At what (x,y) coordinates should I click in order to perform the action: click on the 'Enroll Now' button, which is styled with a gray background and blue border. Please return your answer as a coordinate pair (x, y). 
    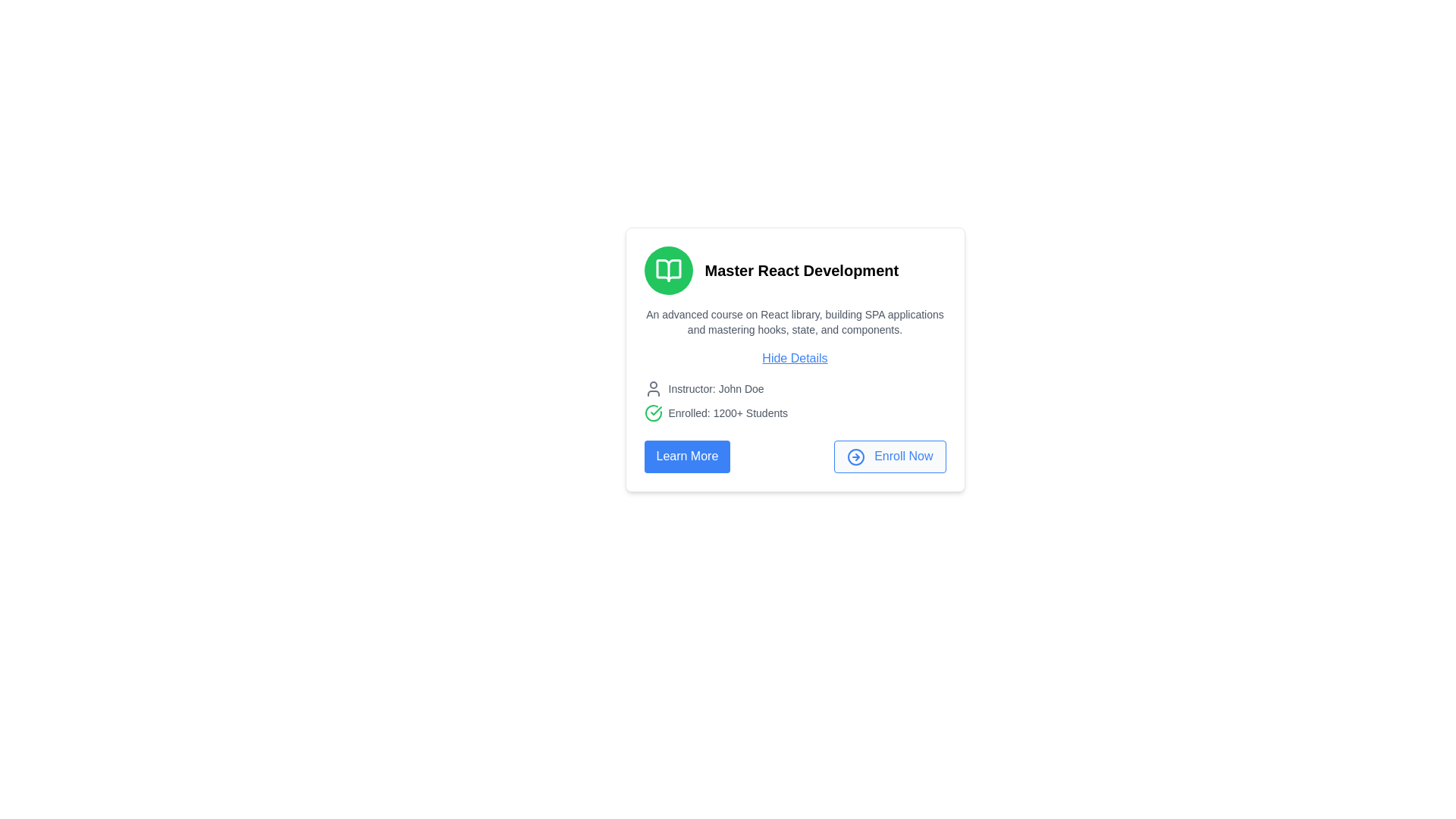
    Looking at the image, I should click on (890, 456).